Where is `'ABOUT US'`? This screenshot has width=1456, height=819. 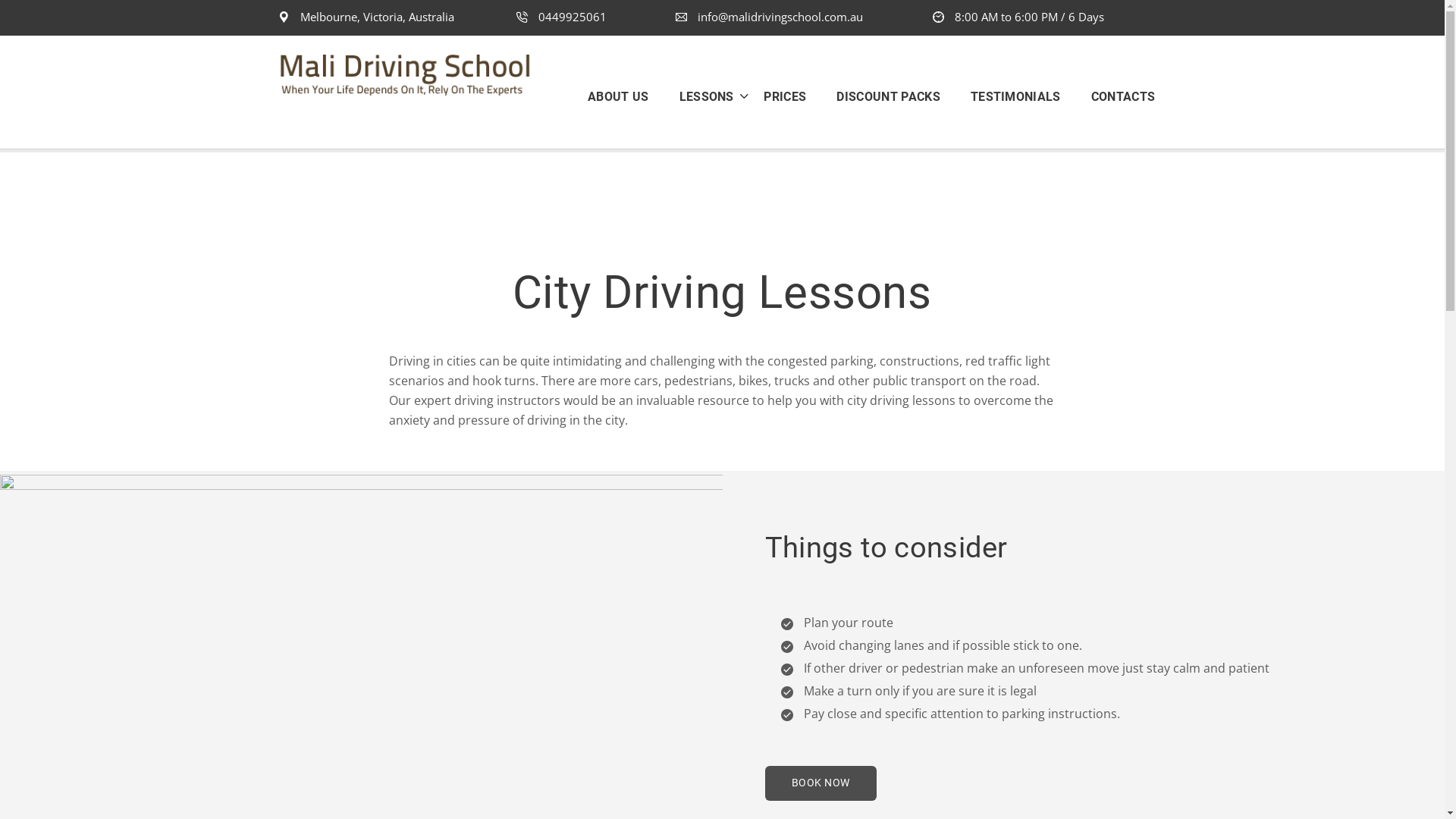
'ABOUT US' is located at coordinates (626, 96).